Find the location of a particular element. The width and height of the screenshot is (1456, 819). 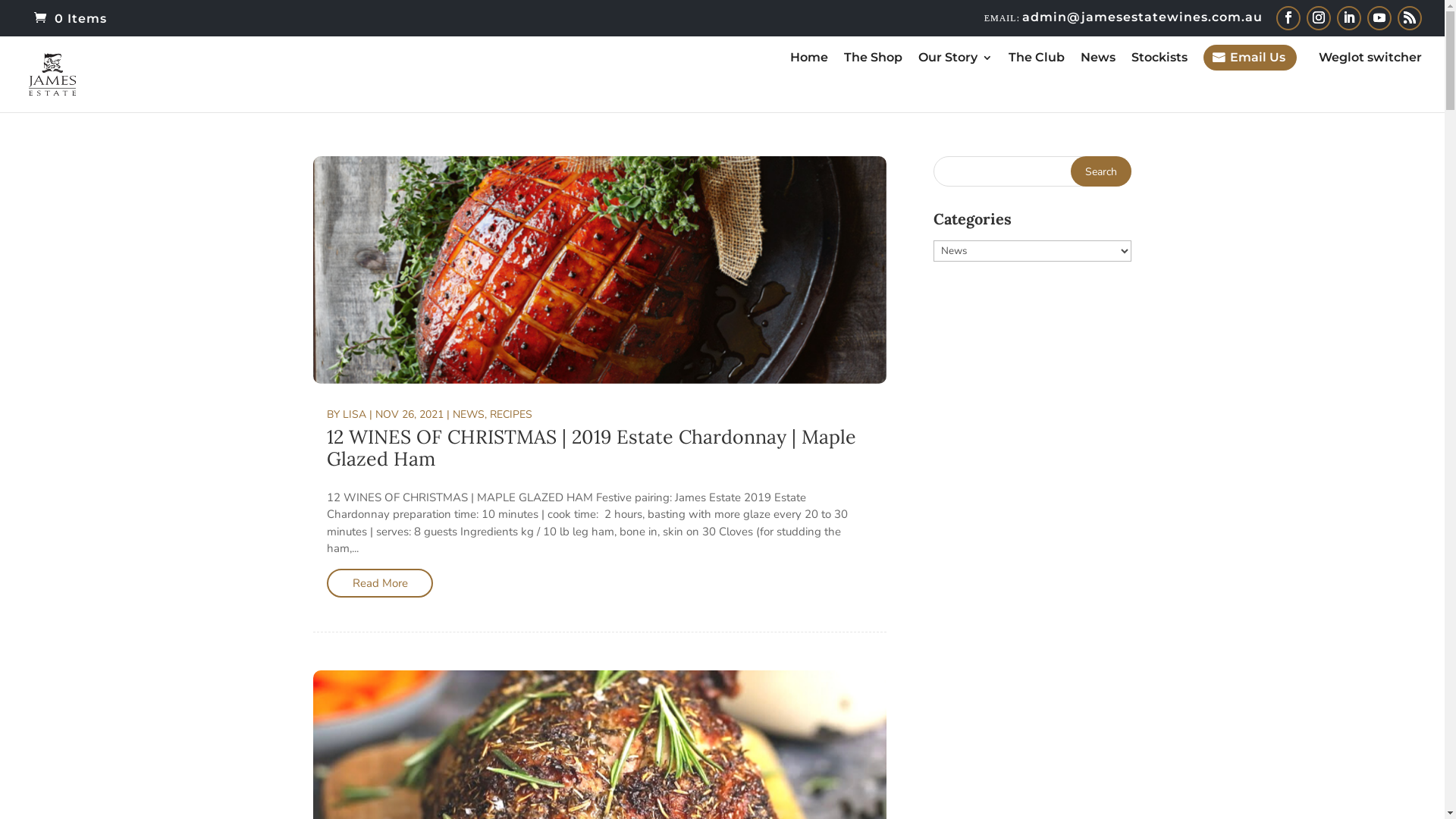

'LISA' is located at coordinates (353, 414).